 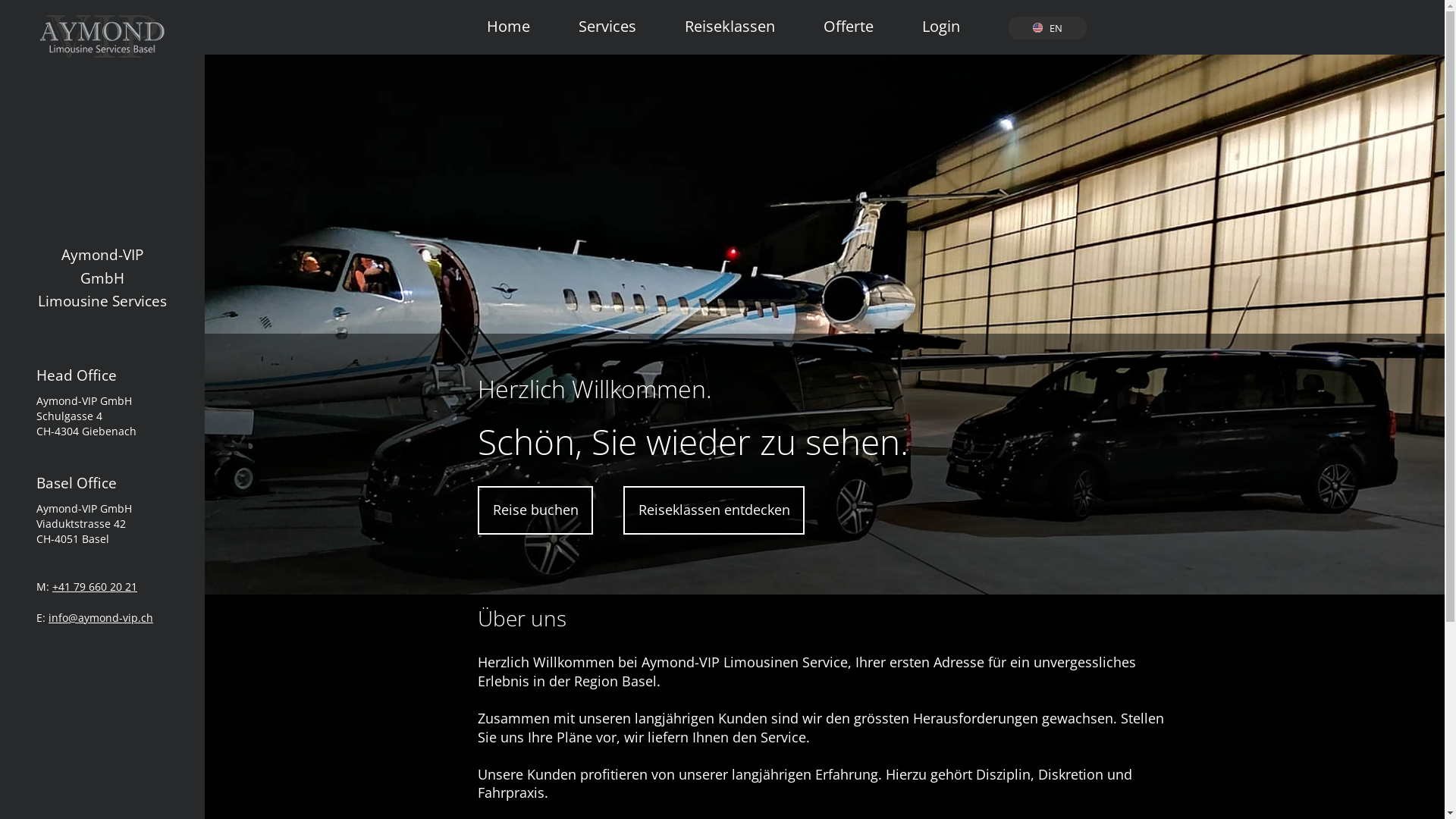 What do you see at coordinates (713, 510) in the screenshot?
I see `'Reiseklassen entdecken'` at bounding box center [713, 510].